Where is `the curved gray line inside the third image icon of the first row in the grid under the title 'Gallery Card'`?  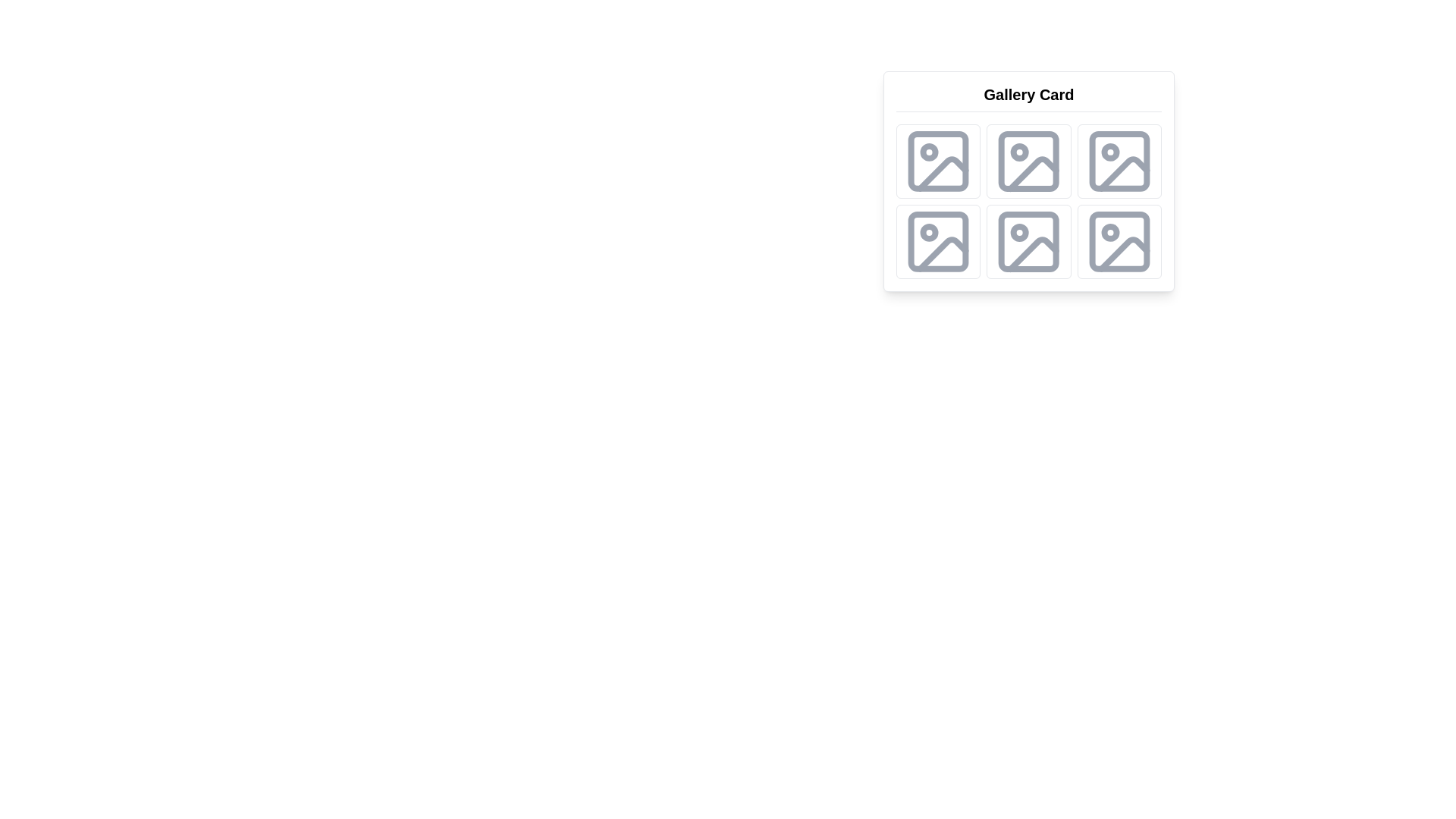
the curved gray line inside the third image icon of the first row in the grid under the title 'Gallery Card' is located at coordinates (1033, 173).